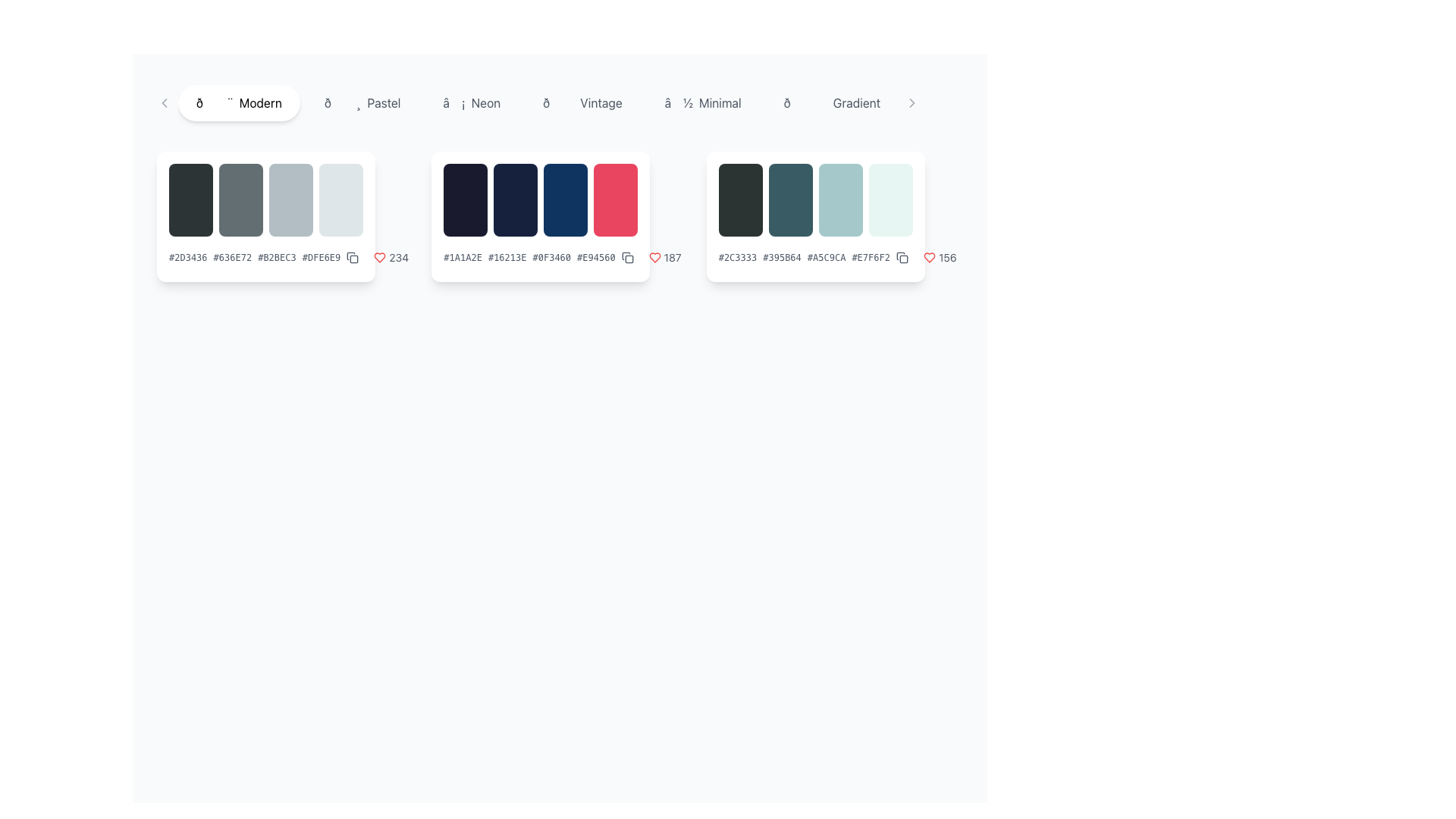 The height and width of the screenshot is (819, 1456). What do you see at coordinates (912, 102) in the screenshot?
I see `the rightward arrow icon button, which is a thin, outlined chevron shape in gray, located at the far right of the navigation interface next to the 'Gradient' section label` at bounding box center [912, 102].